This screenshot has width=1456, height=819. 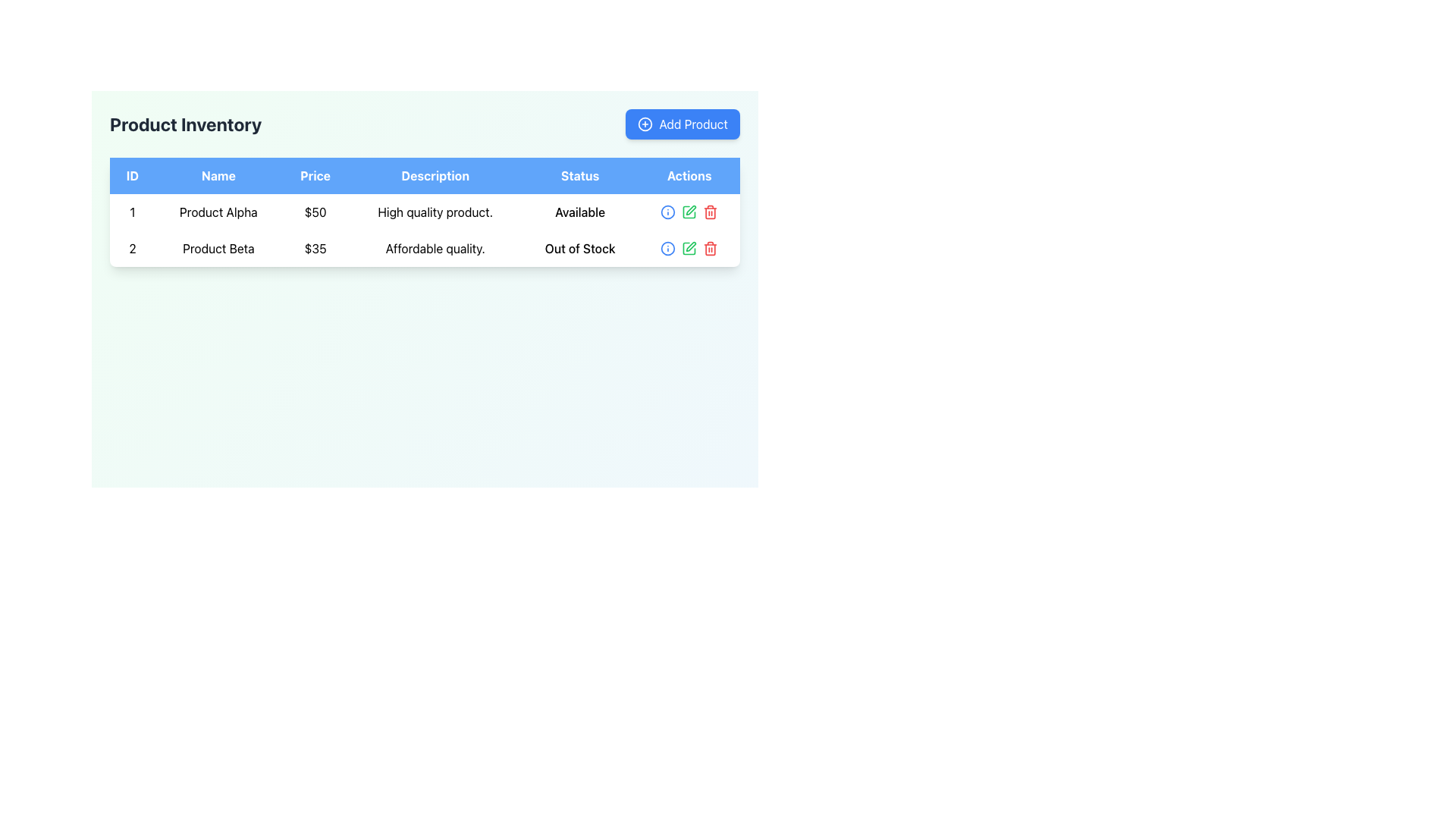 What do you see at coordinates (132, 247) in the screenshot?
I see `the text component displaying the number '2', which is located in the first column of the second row under the 'Product Inventory' heading` at bounding box center [132, 247].